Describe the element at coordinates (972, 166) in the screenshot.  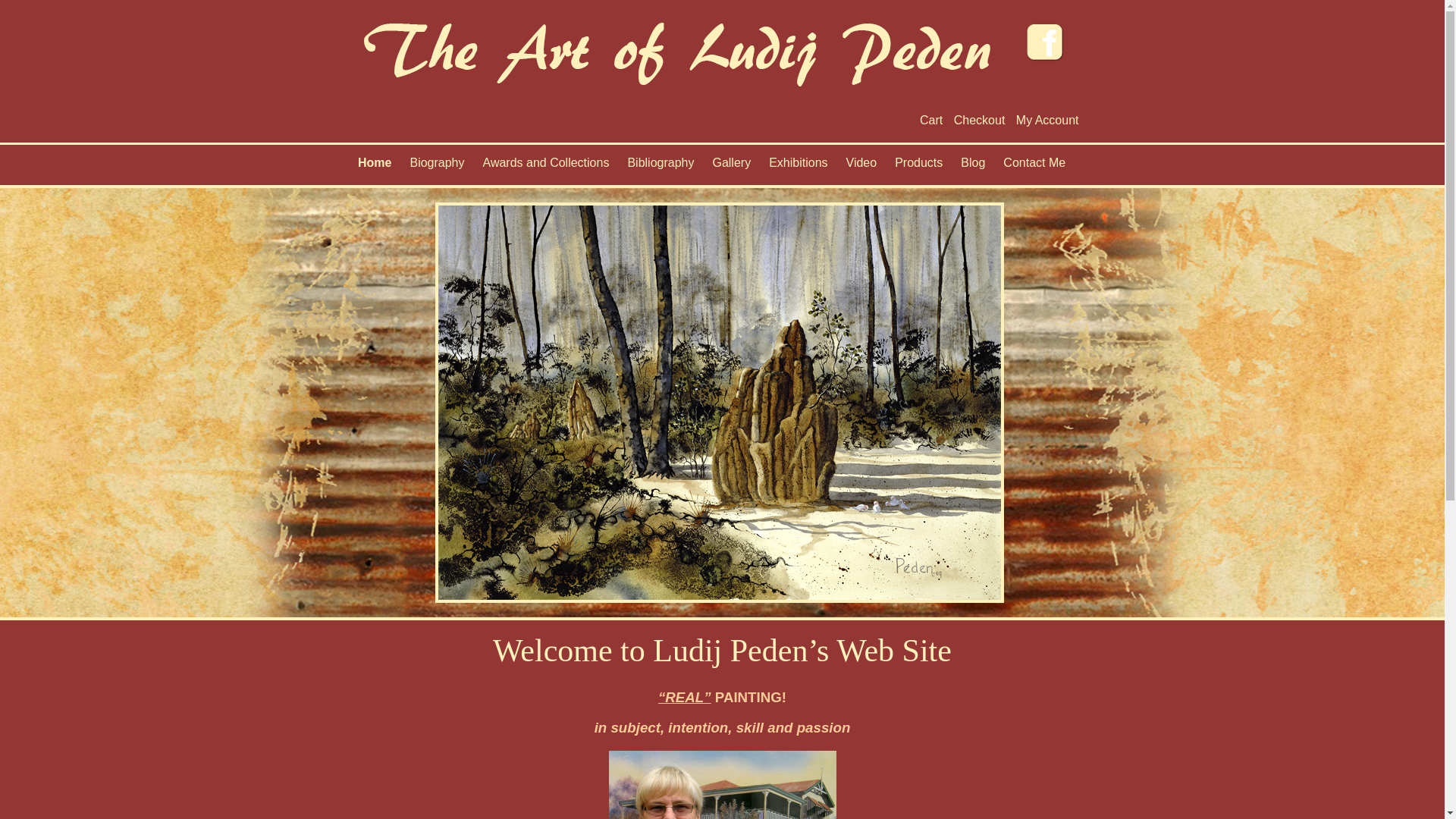
I see `'Blog'` at that location.